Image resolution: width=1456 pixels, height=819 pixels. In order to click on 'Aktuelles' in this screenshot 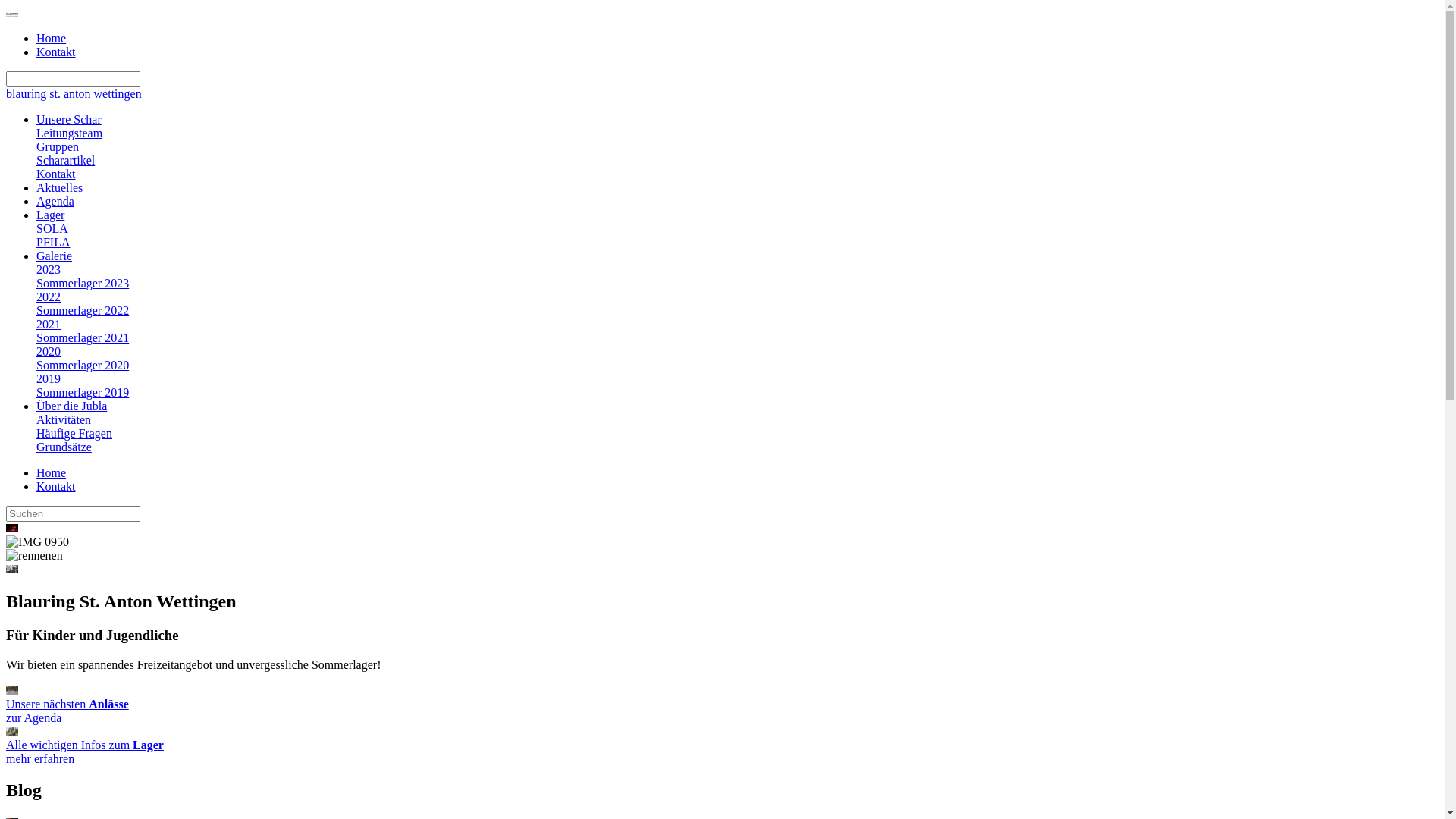, I will do `click(59, 187)`.